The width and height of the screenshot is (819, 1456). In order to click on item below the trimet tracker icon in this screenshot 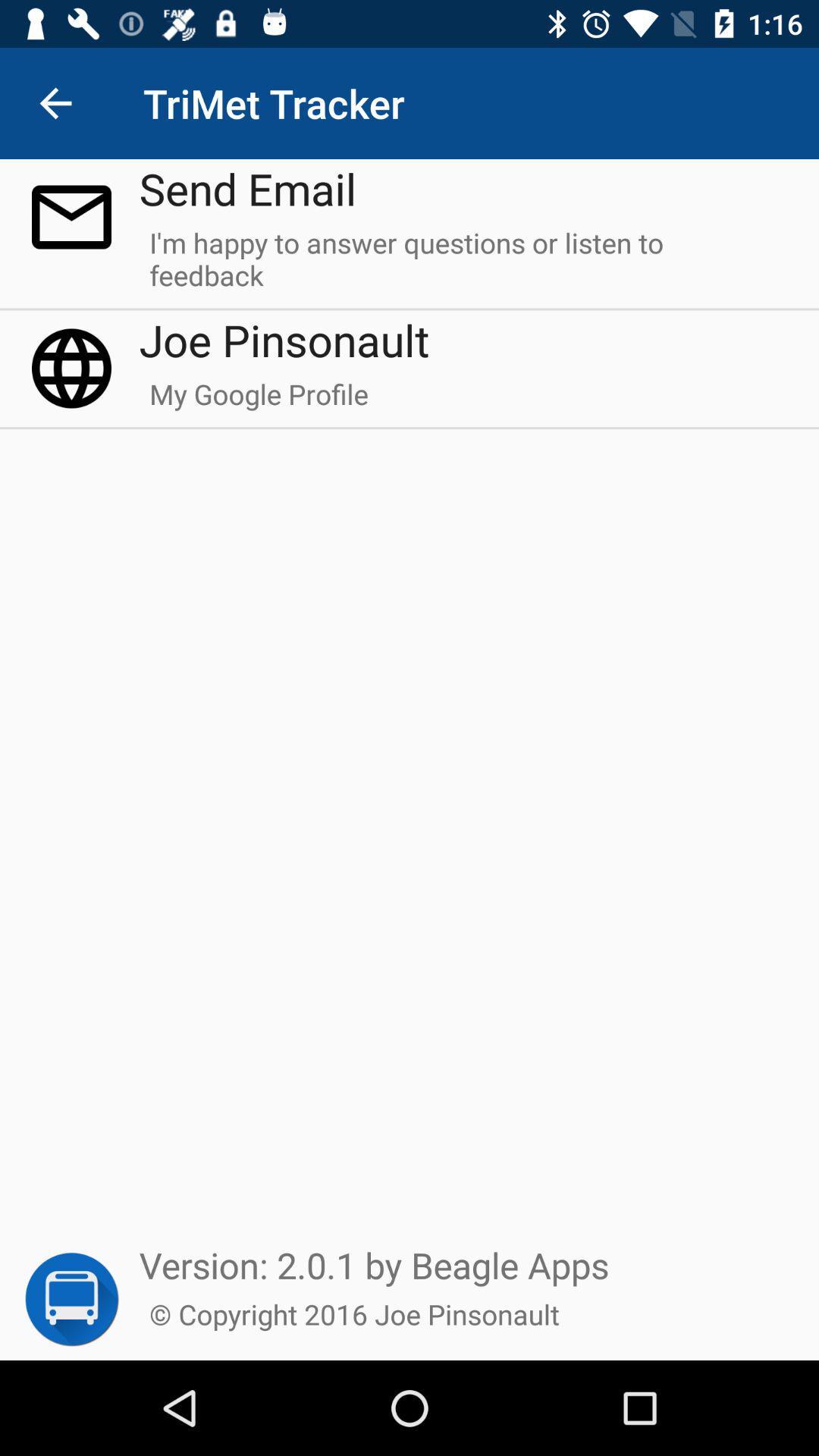, I will do `click(247, 187)`.